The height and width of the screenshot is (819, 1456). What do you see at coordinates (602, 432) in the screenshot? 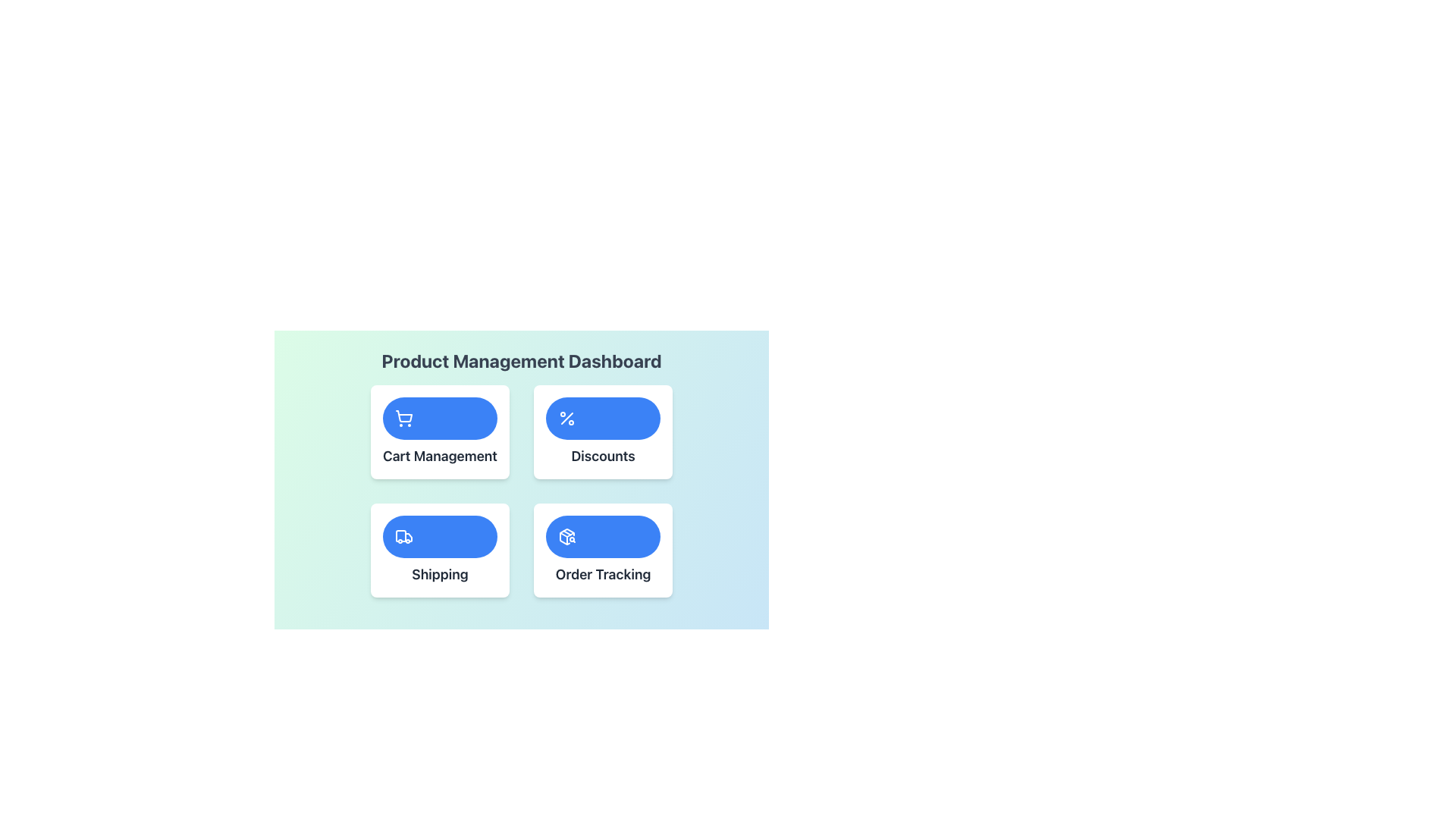
I see `the Discounts button, which is a white rounded rectangle with a blue ellipsoidal button at its center, located in the top right section of the grid layout` at bounding box center [602, 432].